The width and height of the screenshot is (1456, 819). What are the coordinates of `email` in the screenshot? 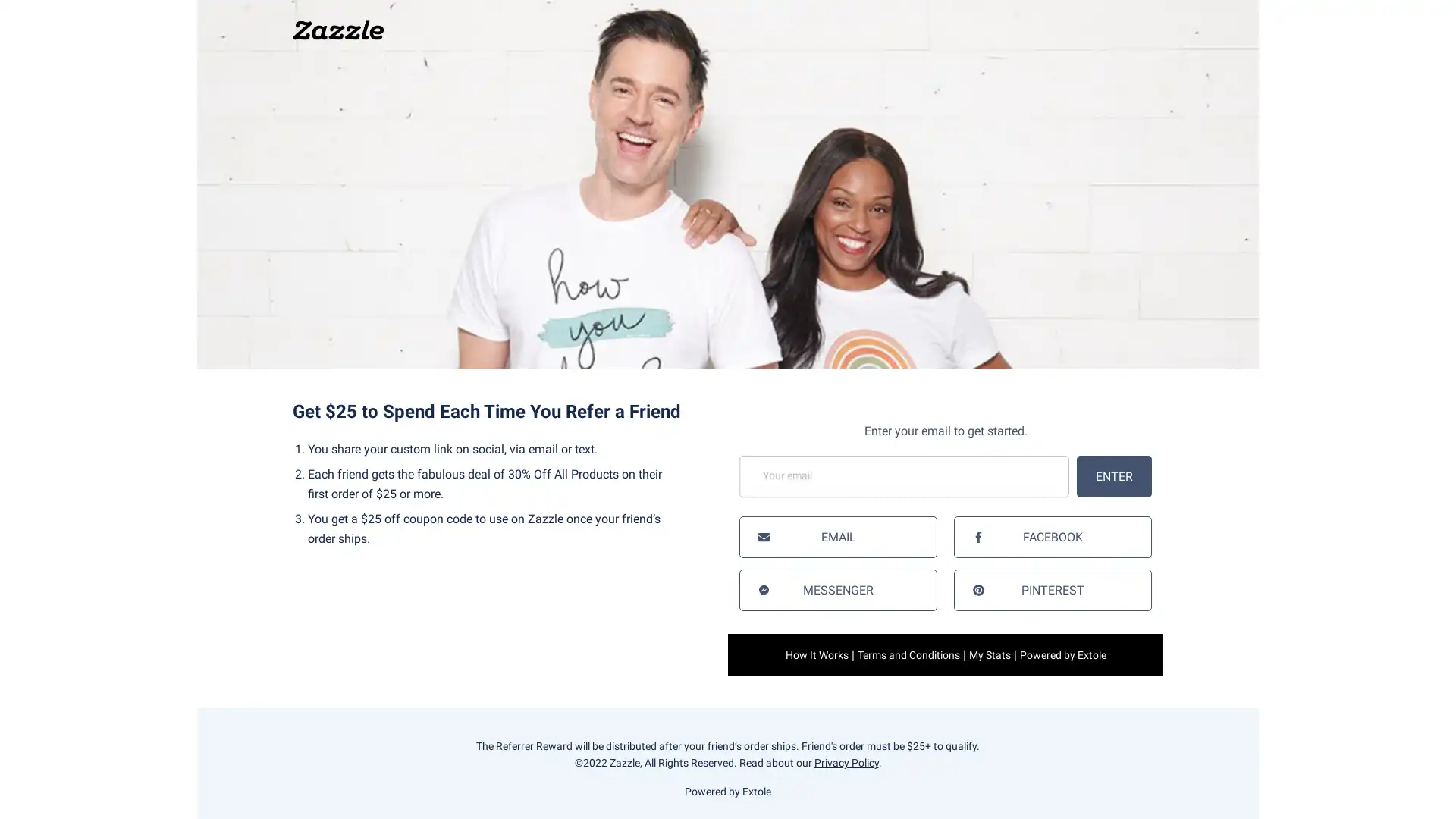 It's located at (837, 535).